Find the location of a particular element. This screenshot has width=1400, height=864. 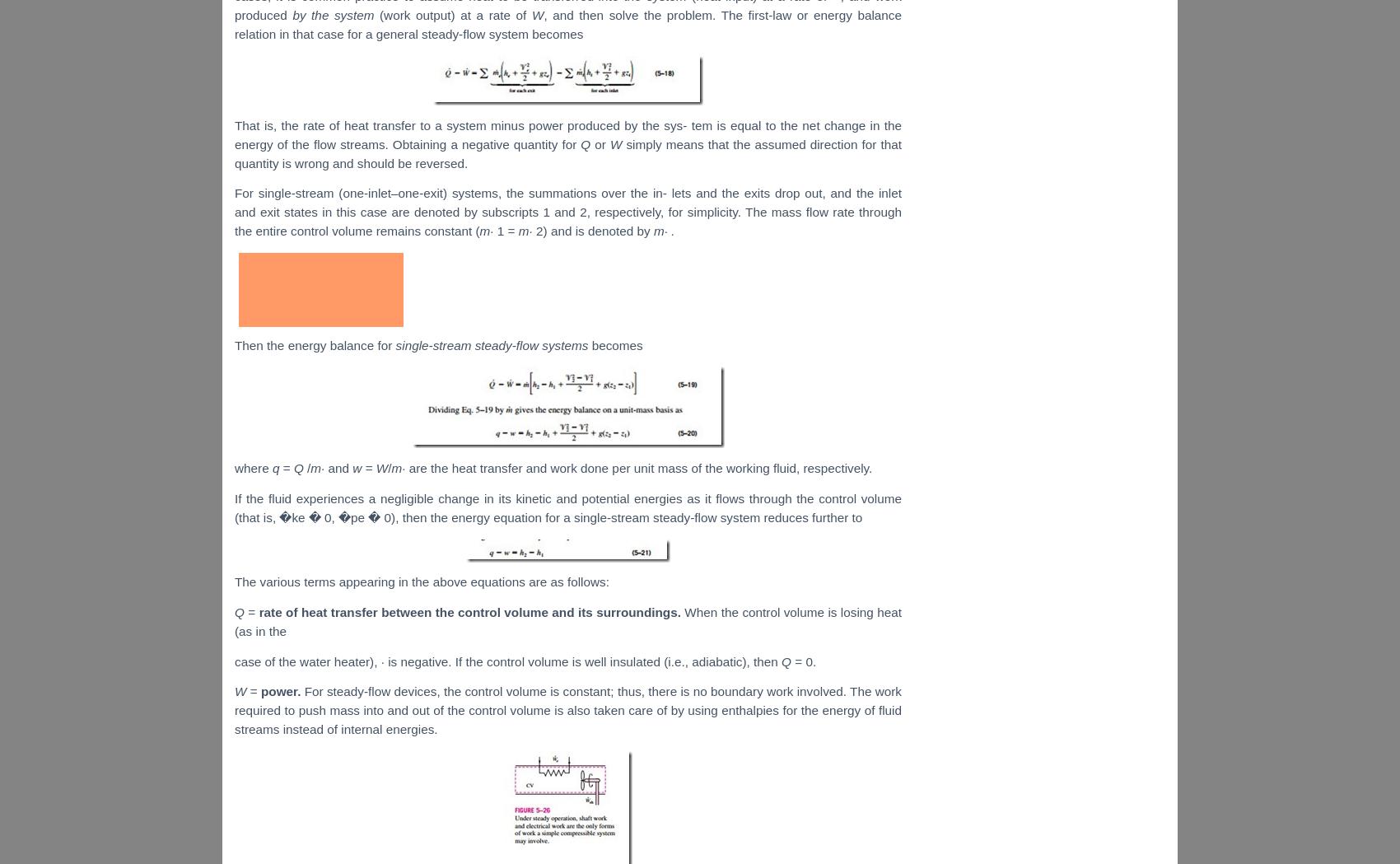

'q' is located at coordinates (276, 467).